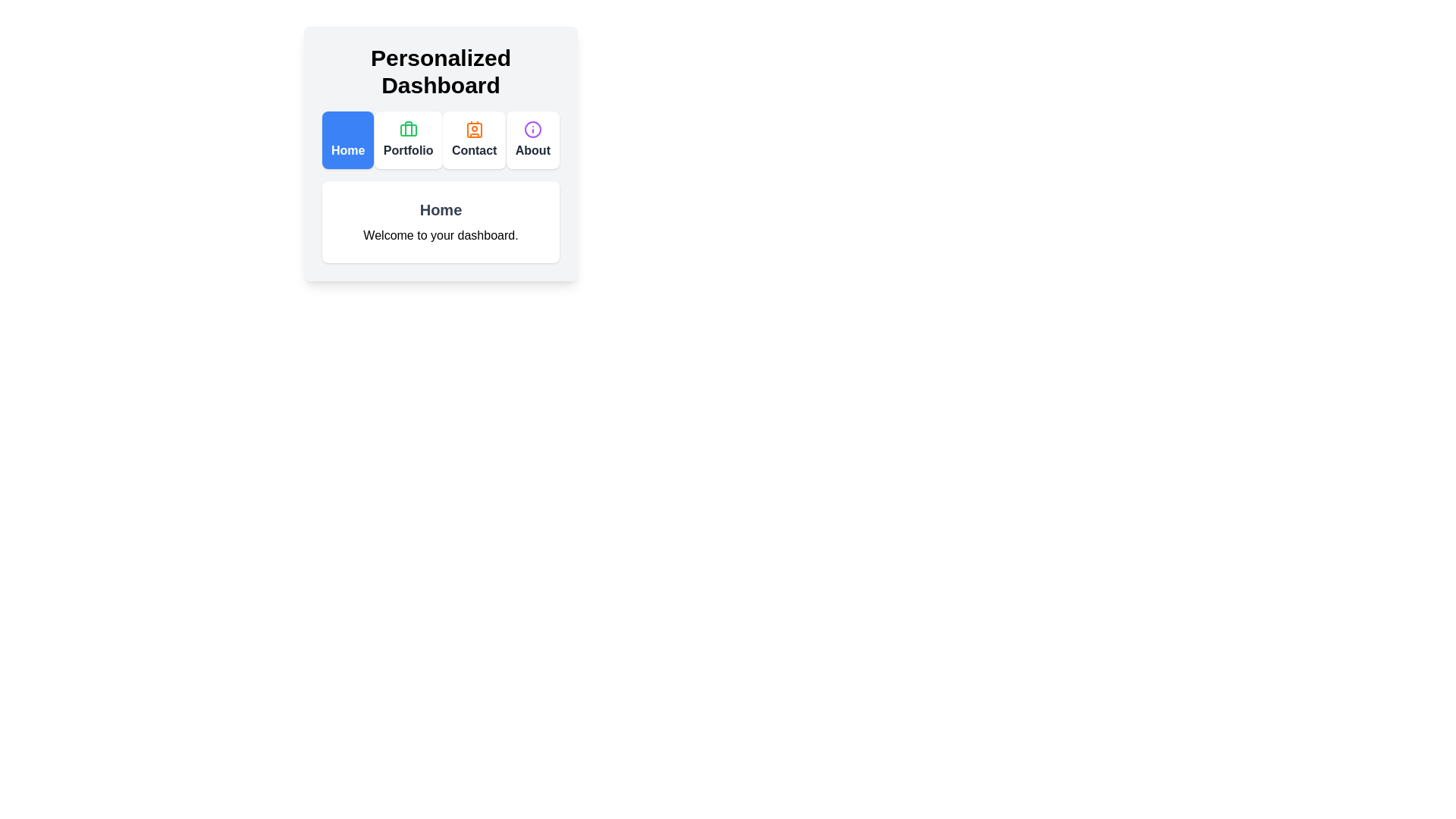  What do you see at coordinates (472, 140) in the screenshot?
I see `the tab labeled Contact to view its content` at bounding box center [472, 140].